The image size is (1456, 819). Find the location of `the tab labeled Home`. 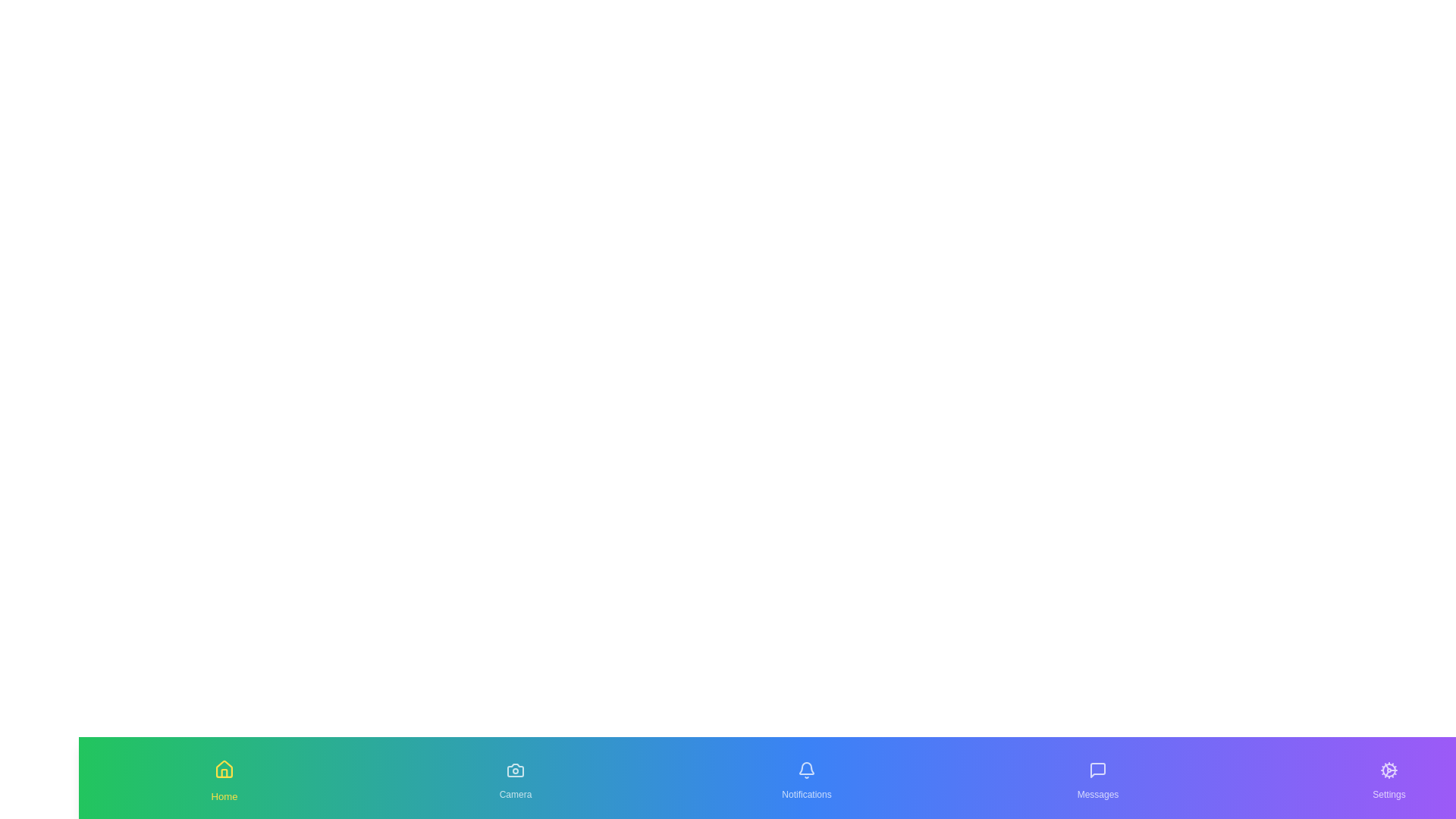

the tab labeled Home is located at coordinates (224, 778).